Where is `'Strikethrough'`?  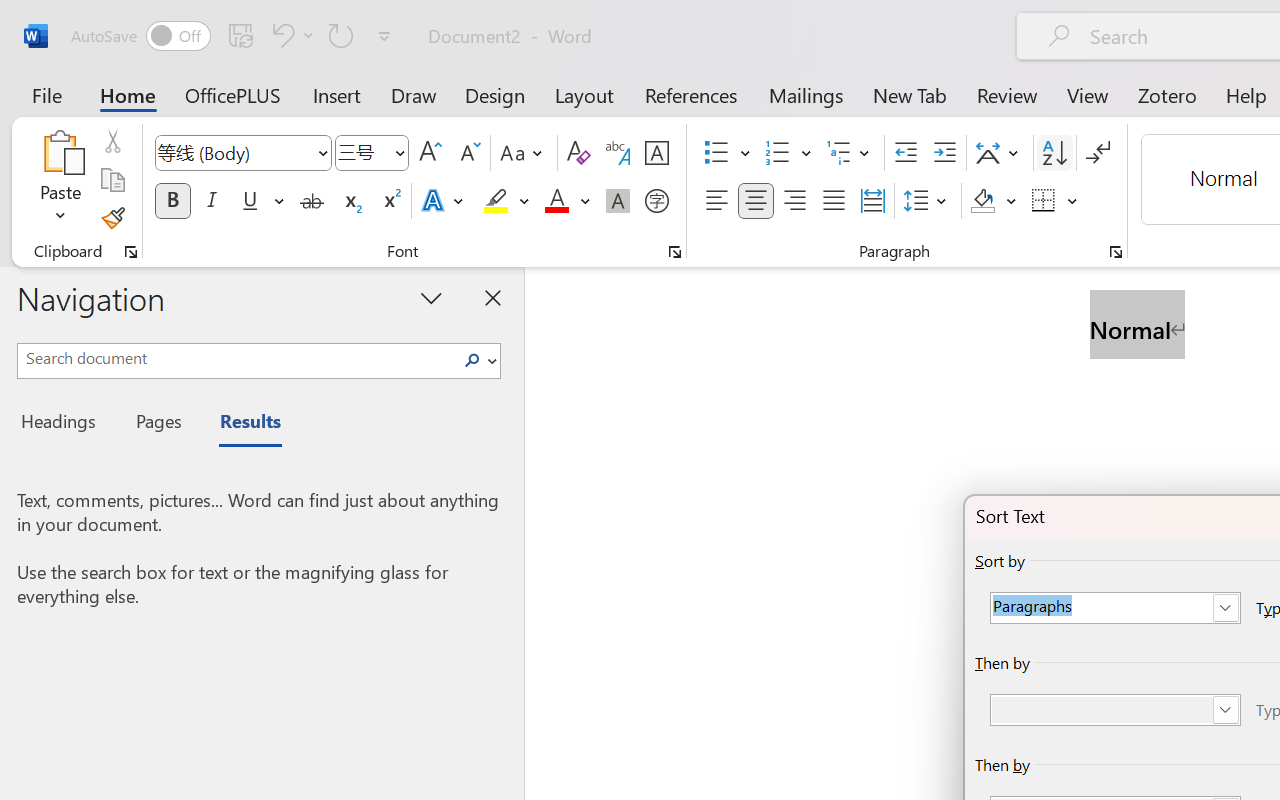
'Strikethrough' is located at coordinates (311, 201).